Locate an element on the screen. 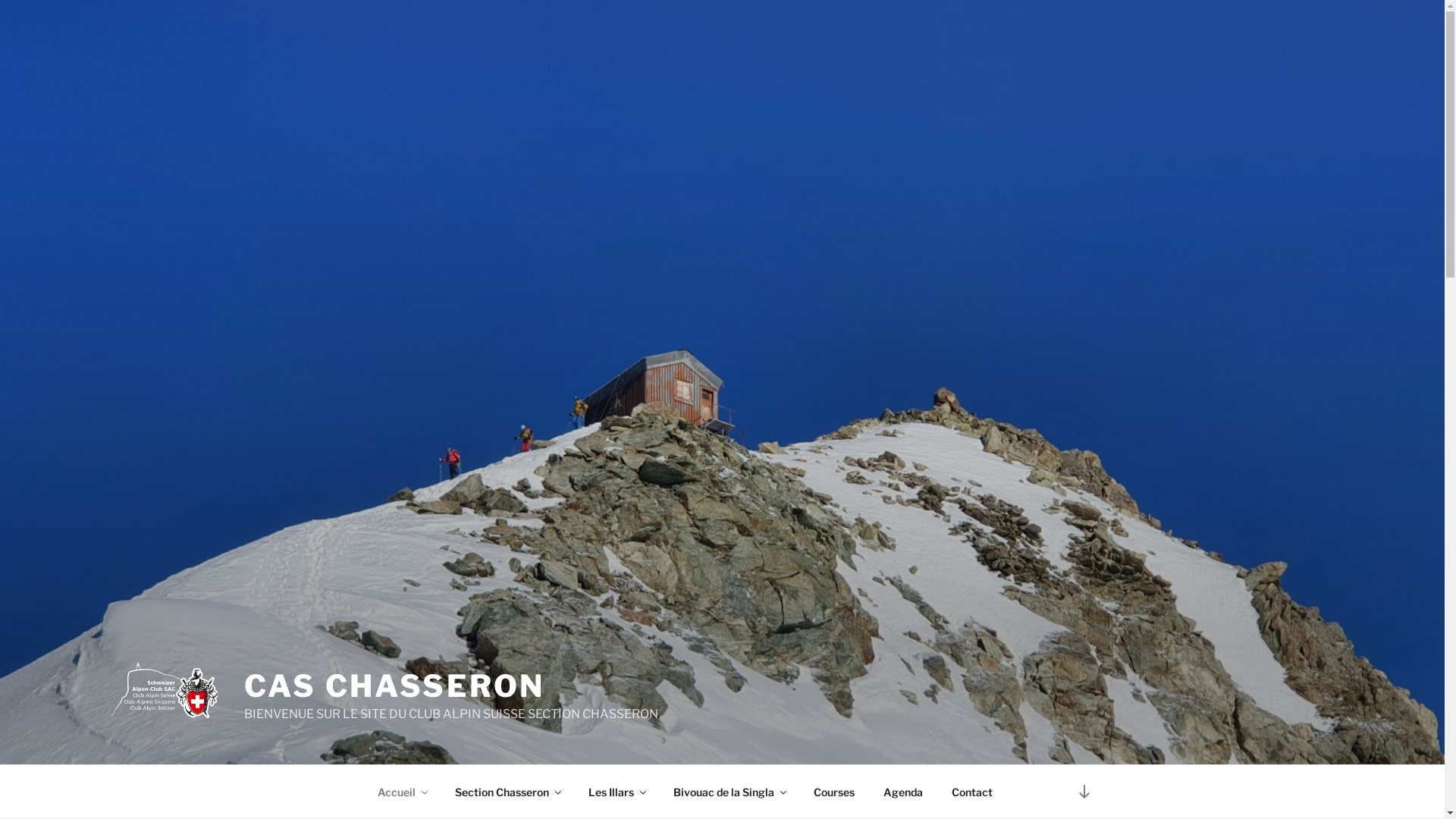 This screenshot has height=819, width=1456. 'Courses' is located at coordinates (833, 791).